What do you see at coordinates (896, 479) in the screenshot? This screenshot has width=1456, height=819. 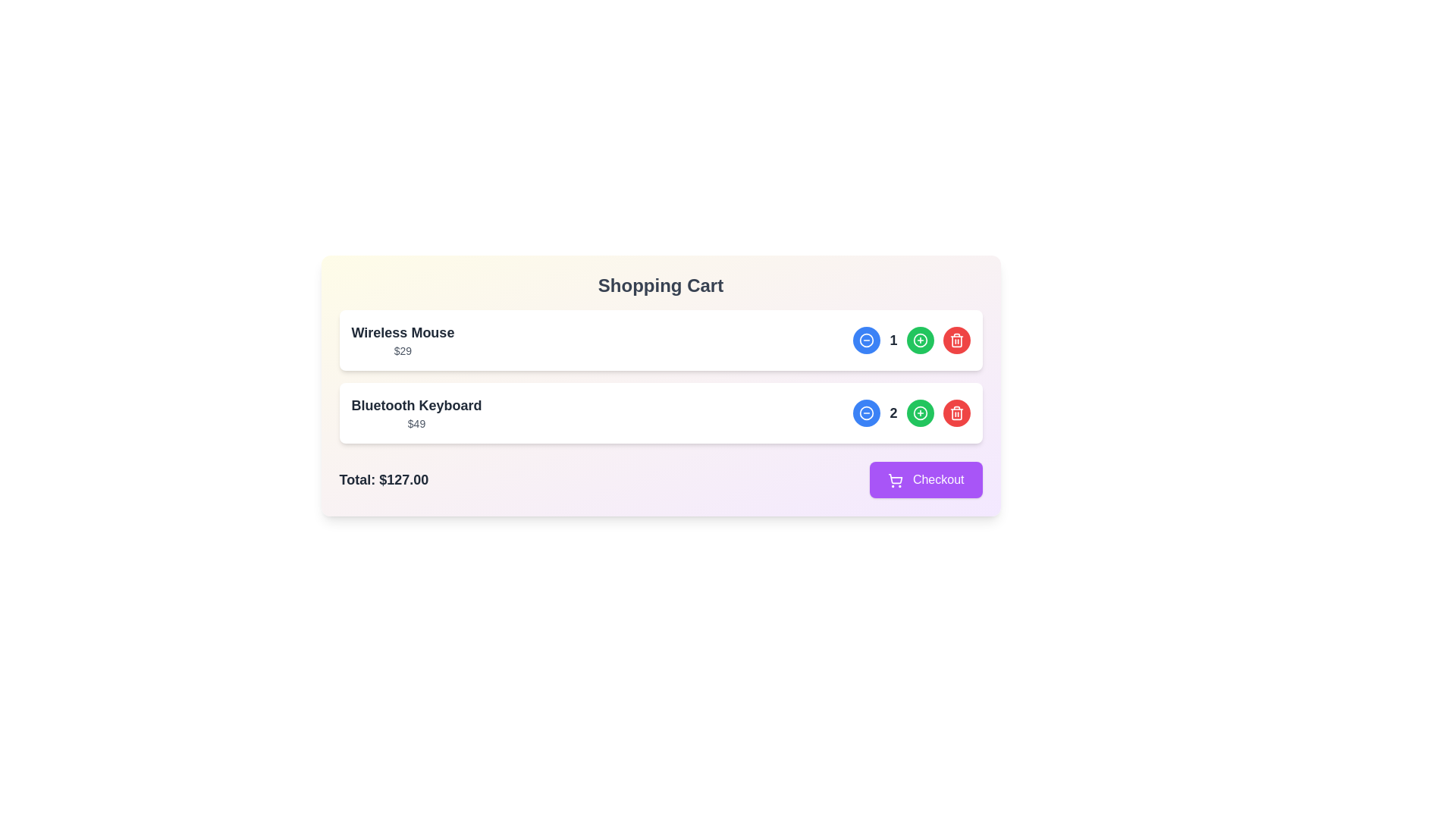 I see `the SVG-based shopping cart icon located in the purple 'Checkout' button at the bottom right of the shopping cart interface` at bounding box center [896, 479].